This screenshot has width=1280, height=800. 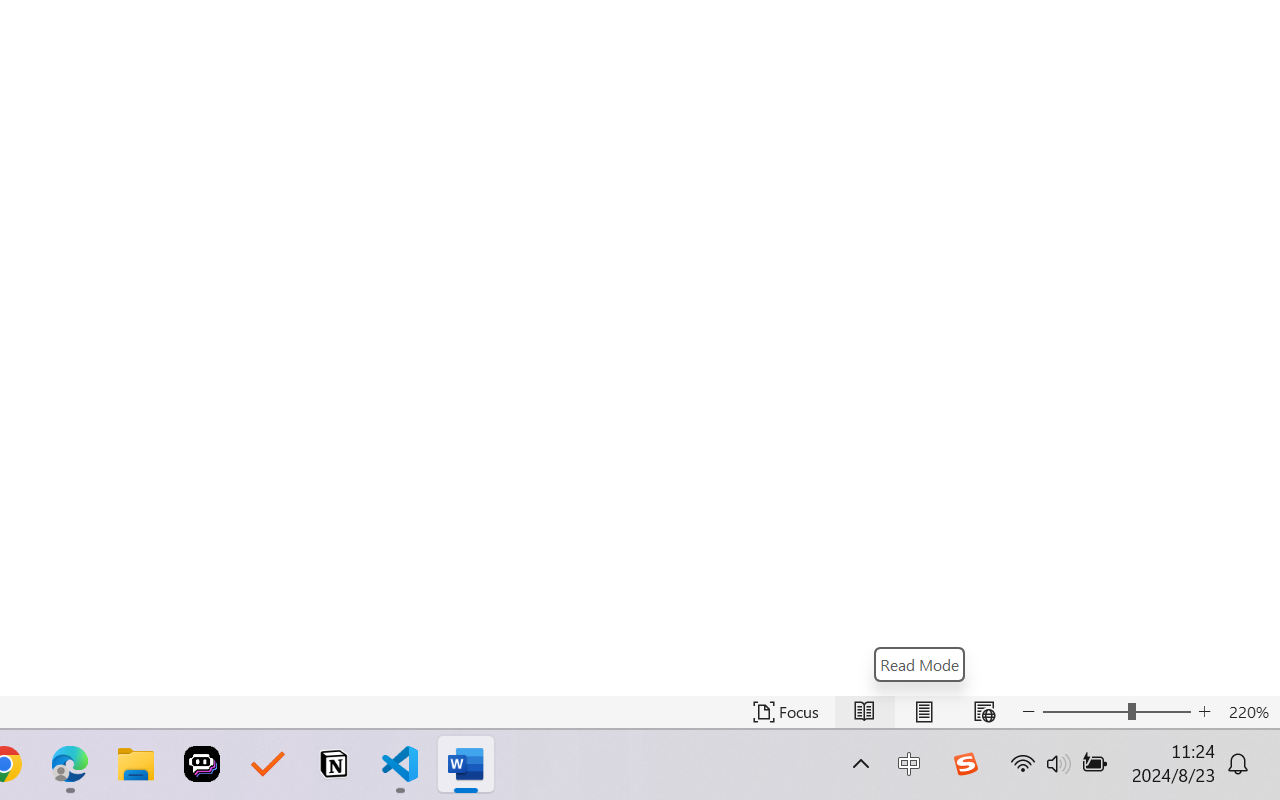 What do you see at coordinates (1204, 711) in the screenshot?
I see `'Increase Text Size'` at bounding box center [1204, 711].